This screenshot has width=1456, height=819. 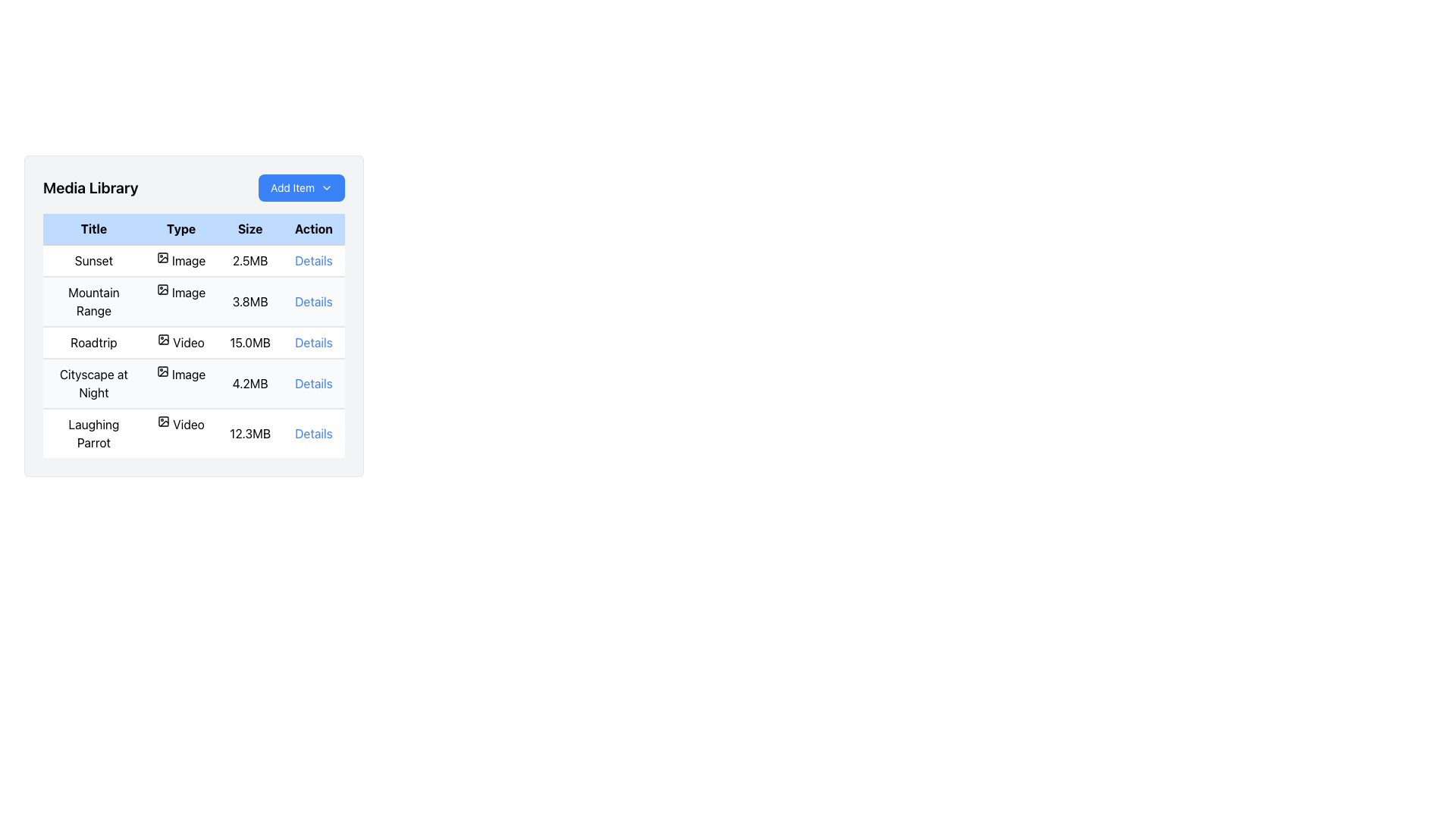 What do you see at coordinates (162, 371) in the screenshot?
I see `the SVG Icon depicting an image frame located in the 'Type' column of the row labeled 'Cityscape at Night'` at bounding box center [162, 371].